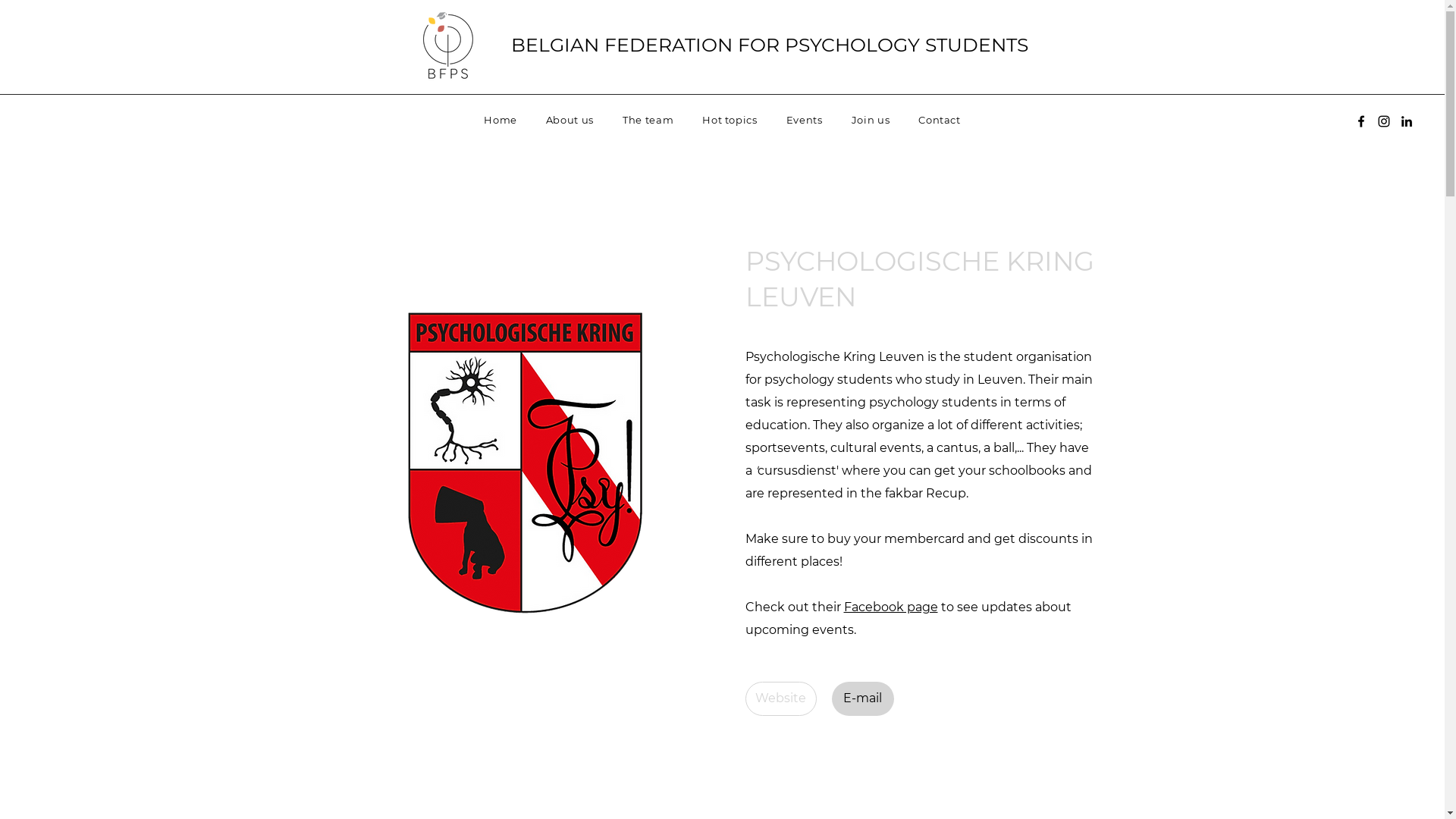 This screenshot has width=1456, height=819. Describe the element at coordinates (535, 119) in the screenshot. I see `'About us'` at that location.